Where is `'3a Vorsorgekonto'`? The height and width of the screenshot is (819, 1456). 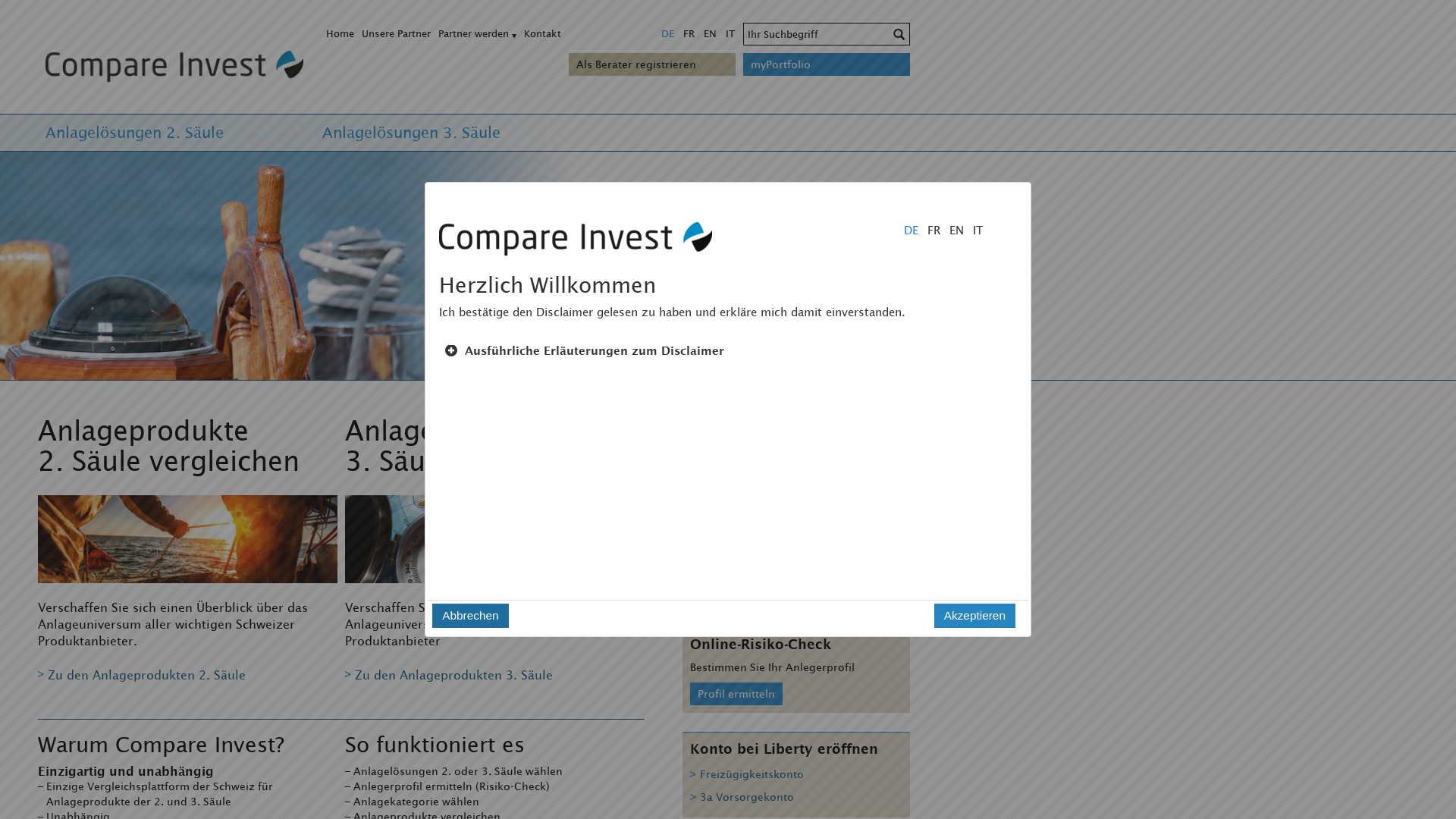 '3a Vorsorgekonto' is located at coordinates (742, 799).